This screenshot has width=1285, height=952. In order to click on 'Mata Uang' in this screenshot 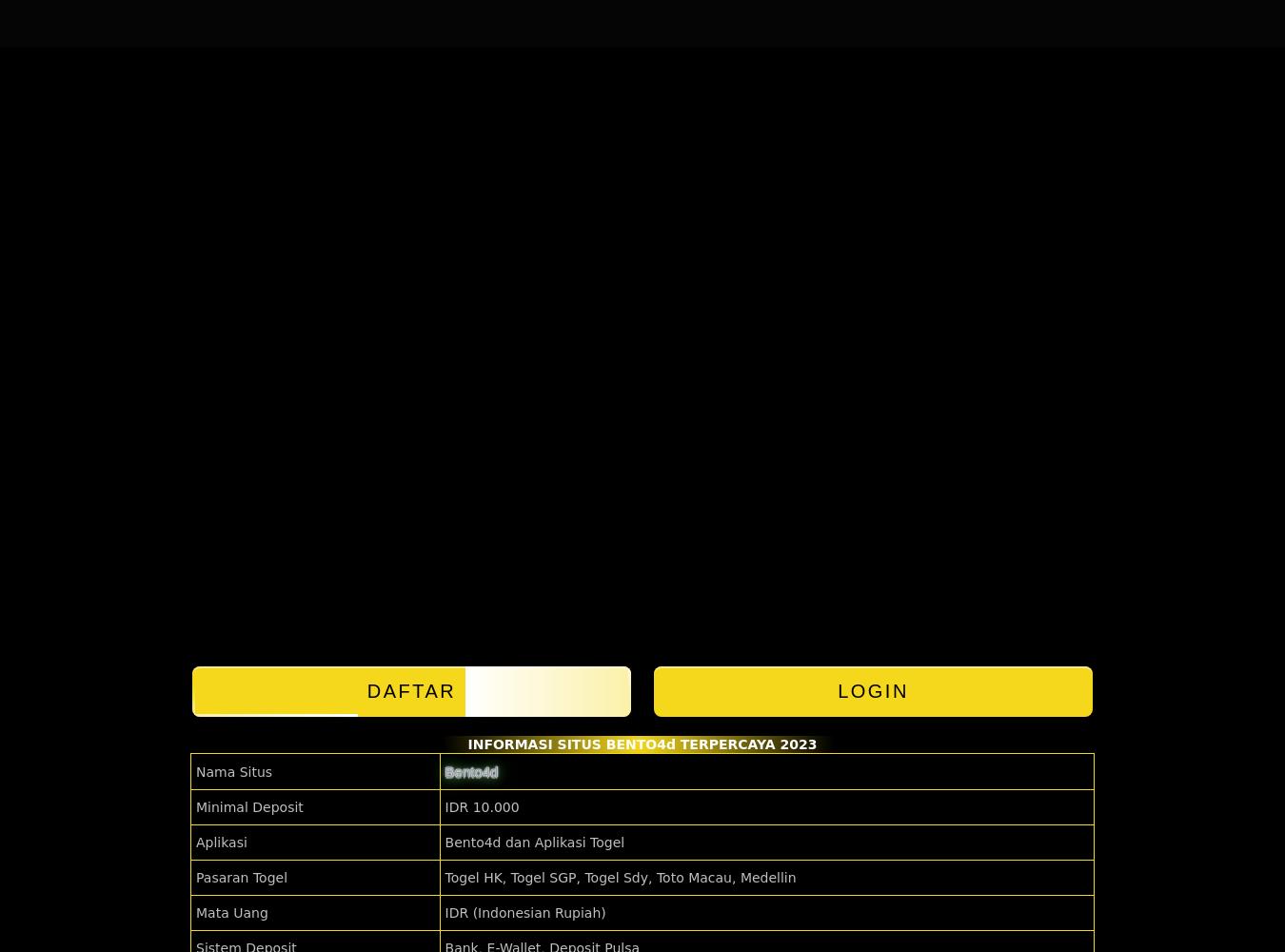, I will do `click(230, 912)`.